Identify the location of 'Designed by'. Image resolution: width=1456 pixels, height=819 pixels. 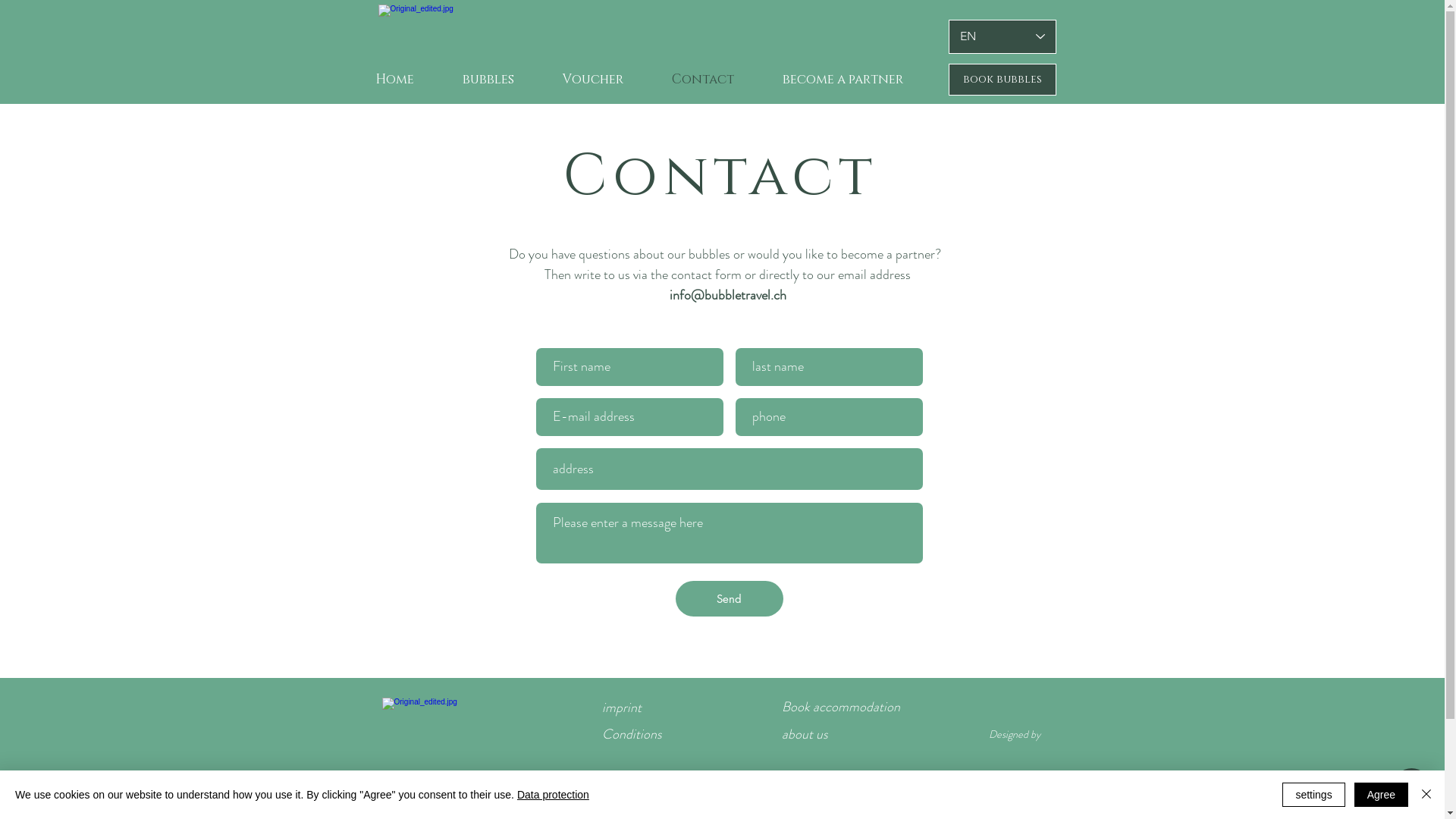
(1015, 733).